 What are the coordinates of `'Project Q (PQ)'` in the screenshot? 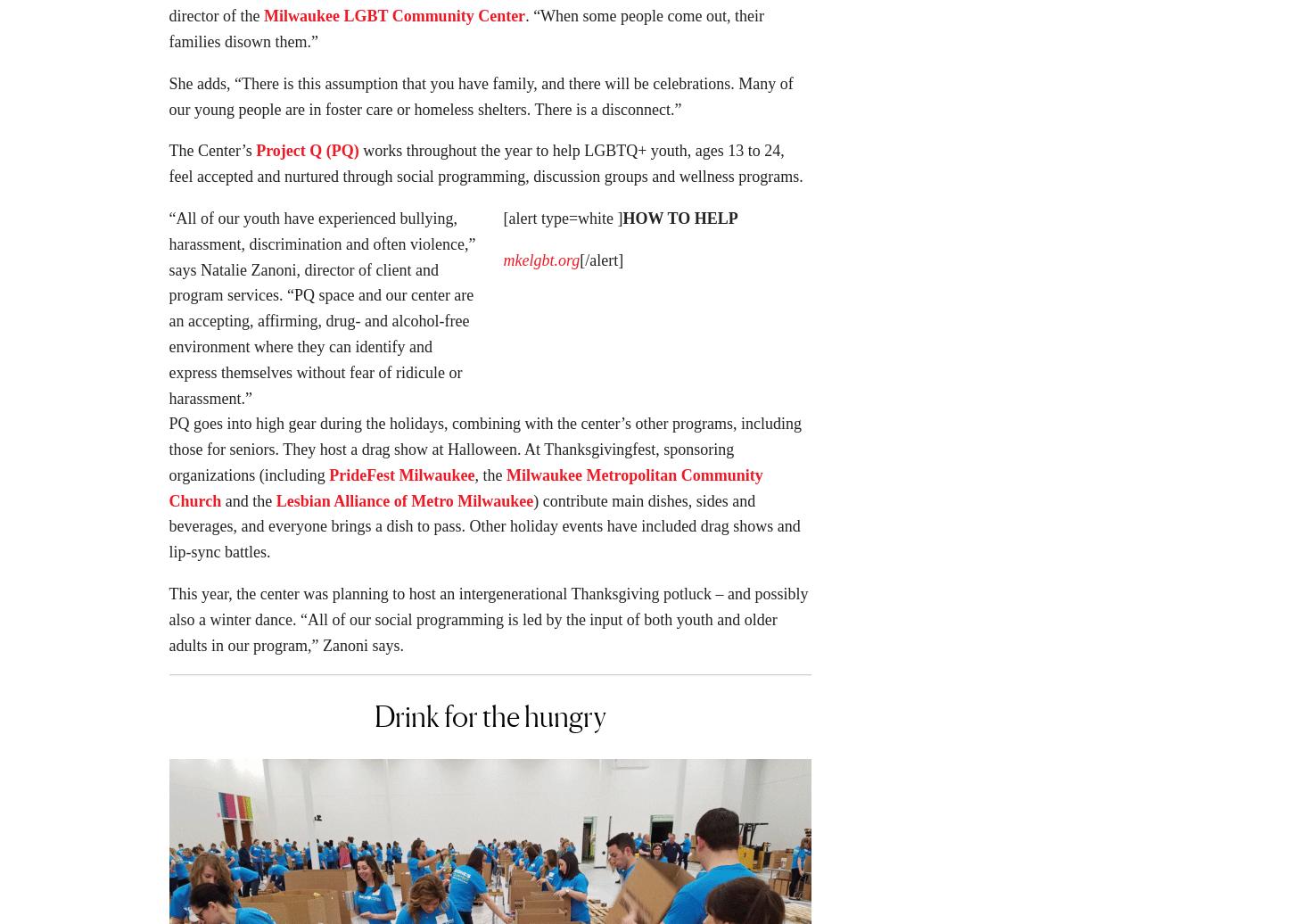 It's located at (307, 155).